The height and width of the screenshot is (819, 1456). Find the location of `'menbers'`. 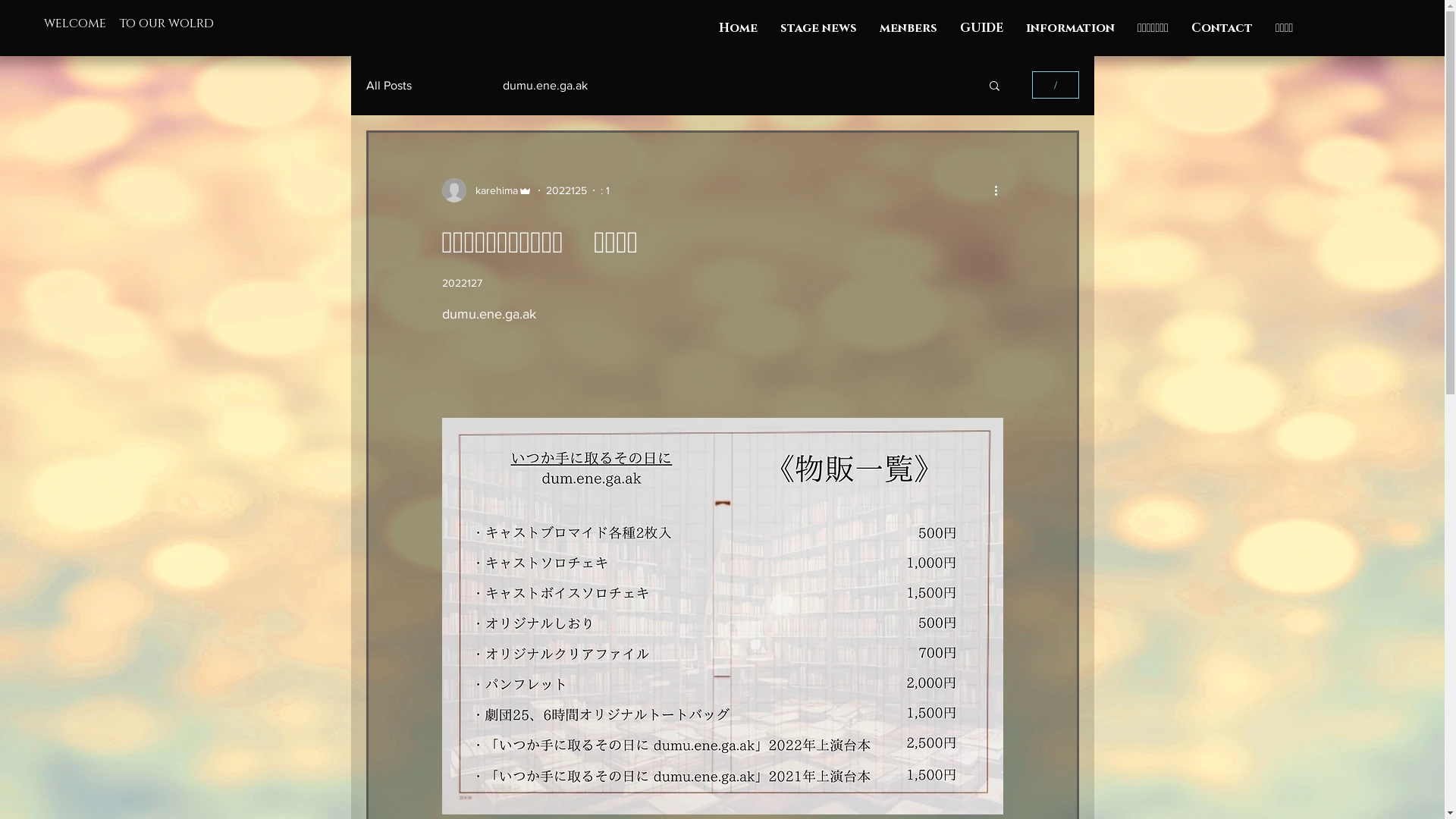

'menbers' is located at coordinates (908, 28).